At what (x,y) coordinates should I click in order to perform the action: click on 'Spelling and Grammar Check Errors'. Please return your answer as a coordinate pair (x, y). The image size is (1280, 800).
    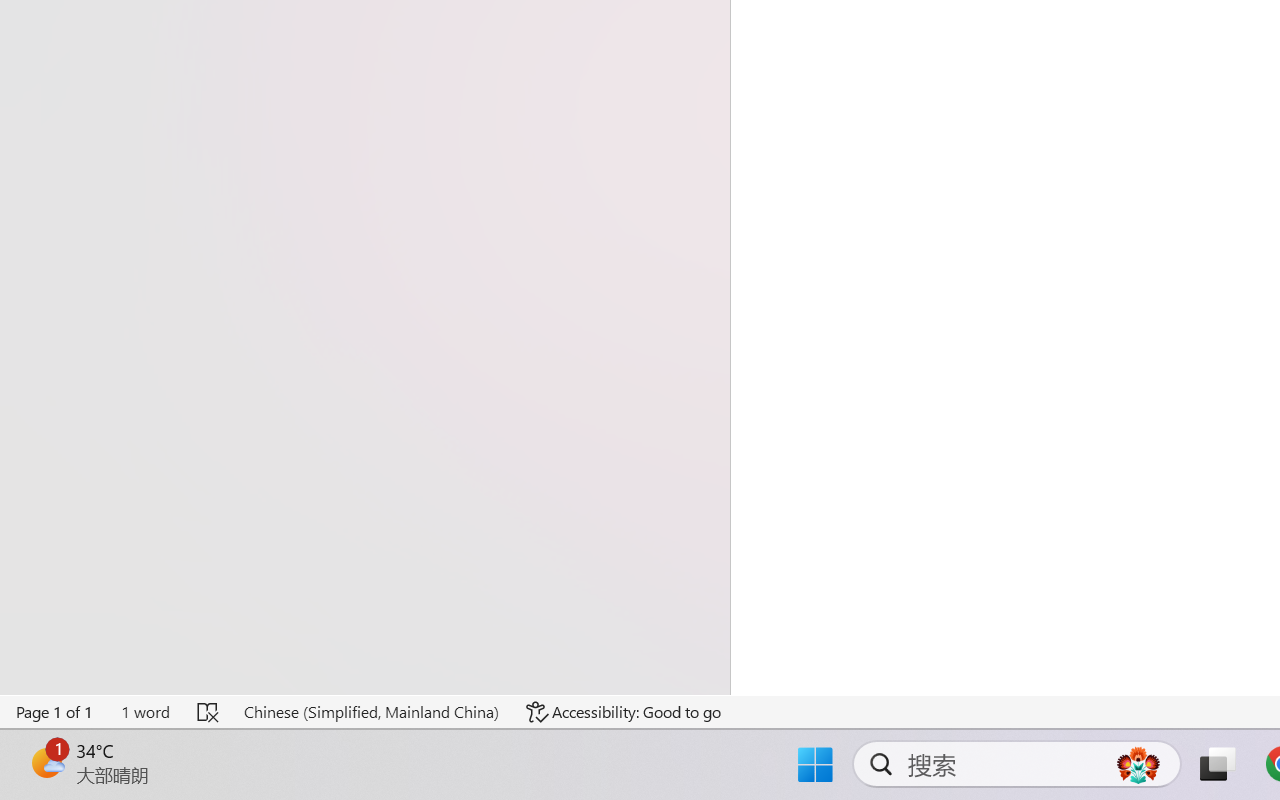
    Looking at the image, I should click on (209, 711).